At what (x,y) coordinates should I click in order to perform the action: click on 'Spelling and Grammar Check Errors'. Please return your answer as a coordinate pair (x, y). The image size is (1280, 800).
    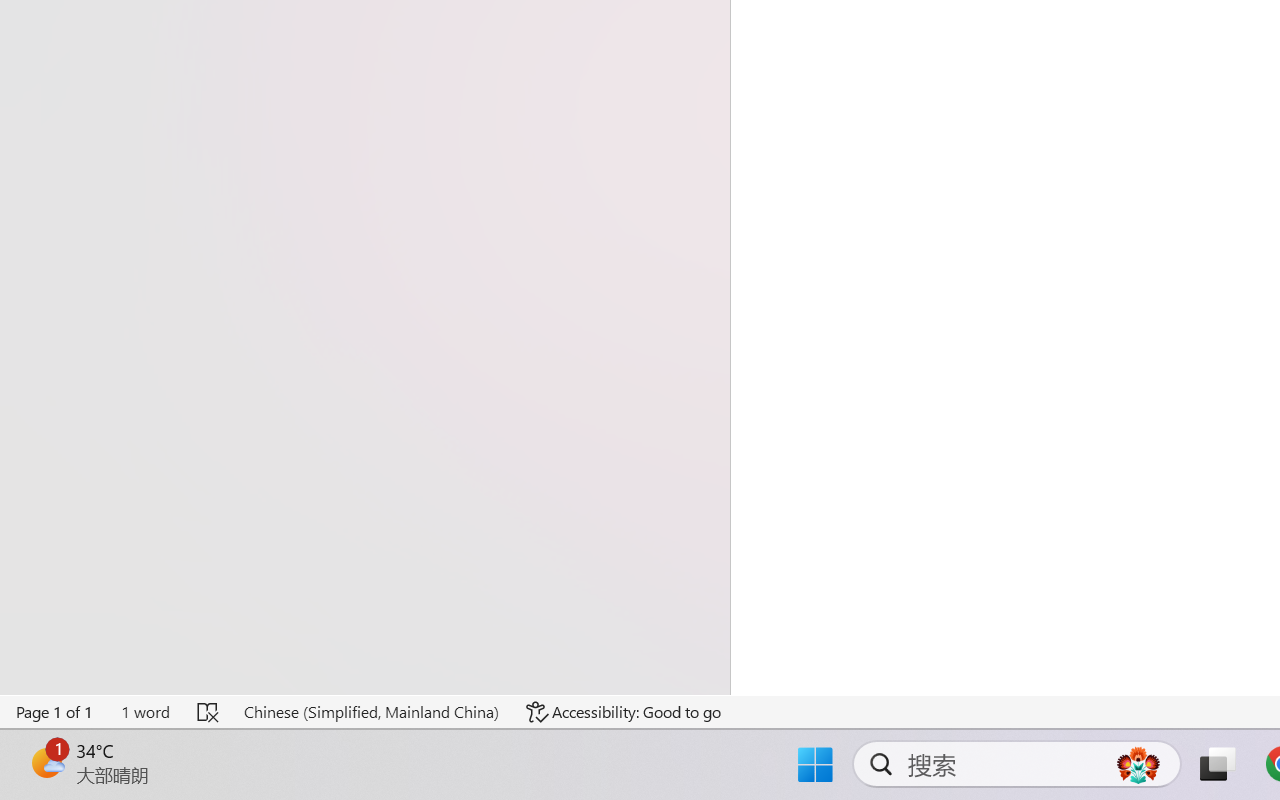
    Looking at the image, I should click on (209, 711).